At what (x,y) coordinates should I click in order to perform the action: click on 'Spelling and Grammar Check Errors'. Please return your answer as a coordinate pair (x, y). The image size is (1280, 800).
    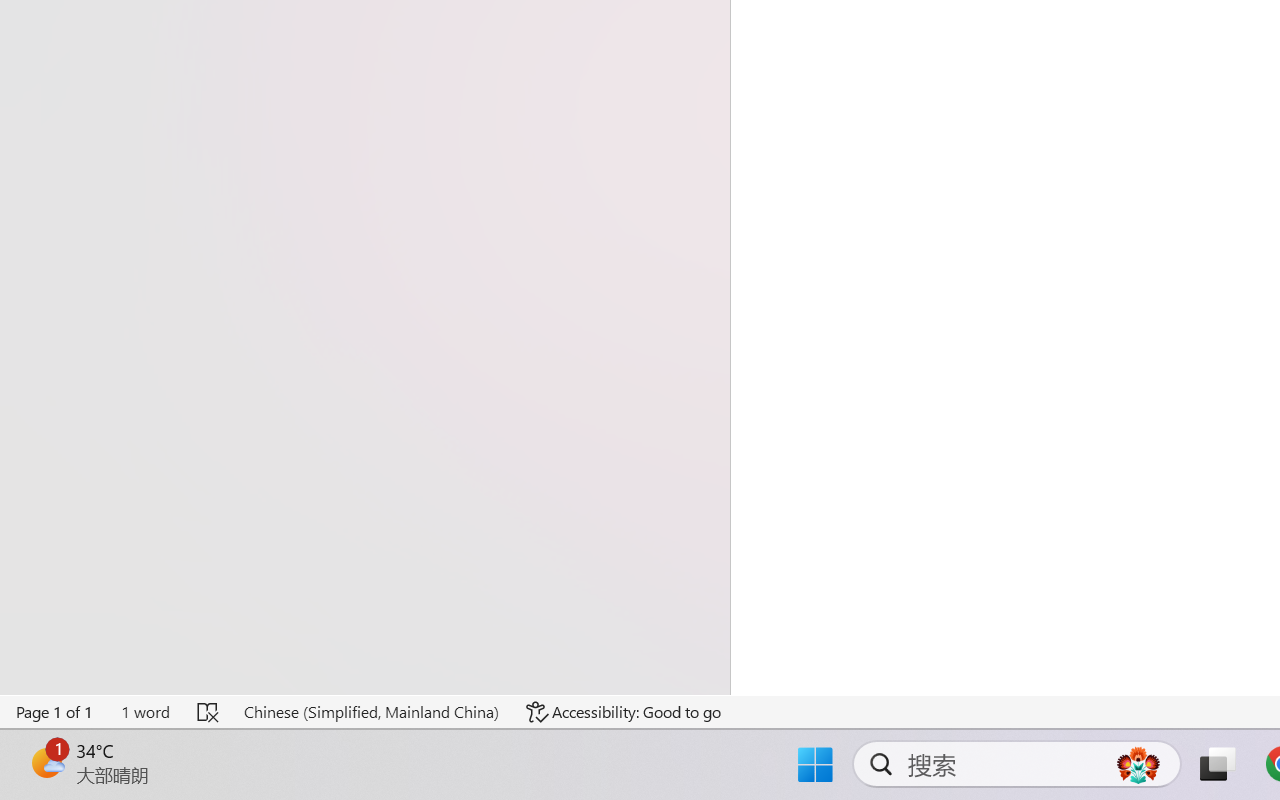
    Looking at the image, I should click on (209, 711).